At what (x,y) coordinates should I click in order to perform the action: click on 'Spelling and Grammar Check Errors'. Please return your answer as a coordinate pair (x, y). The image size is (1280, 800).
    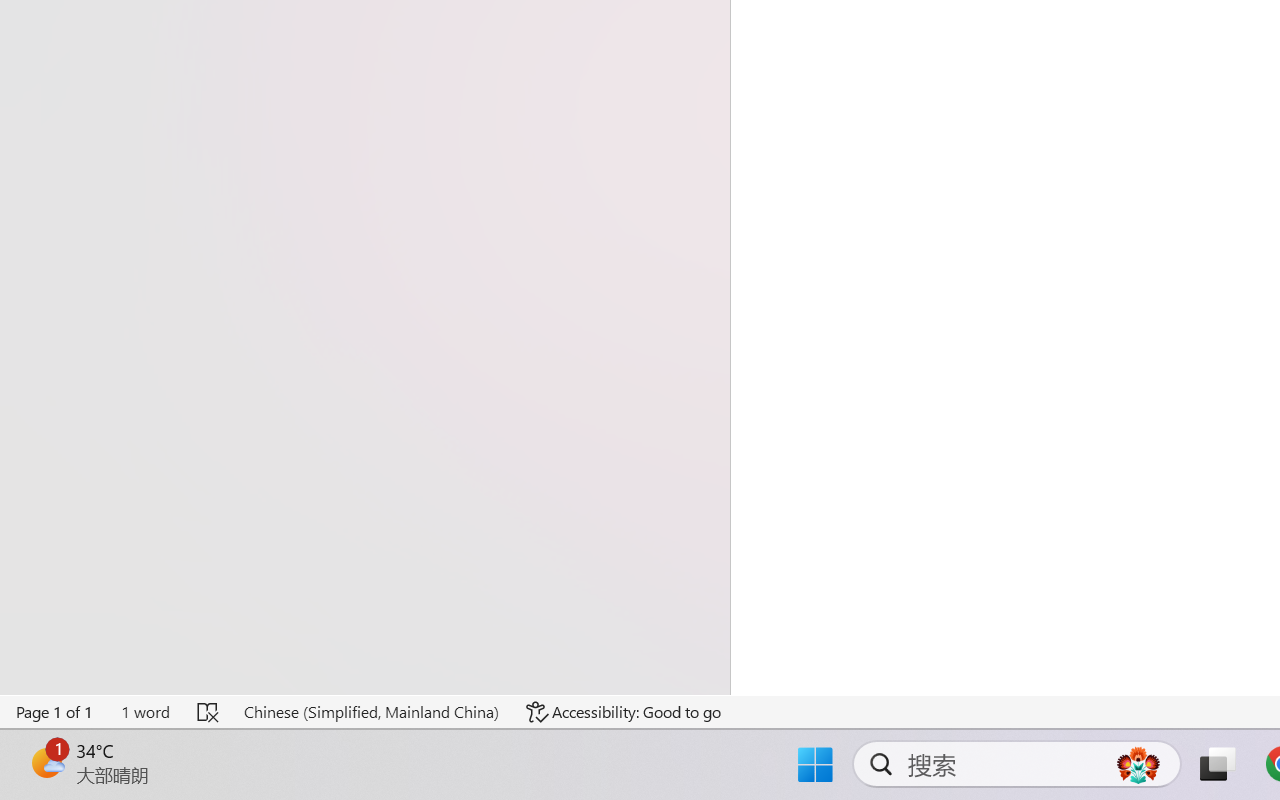
    Looking at the image, I should click on (209, 711).